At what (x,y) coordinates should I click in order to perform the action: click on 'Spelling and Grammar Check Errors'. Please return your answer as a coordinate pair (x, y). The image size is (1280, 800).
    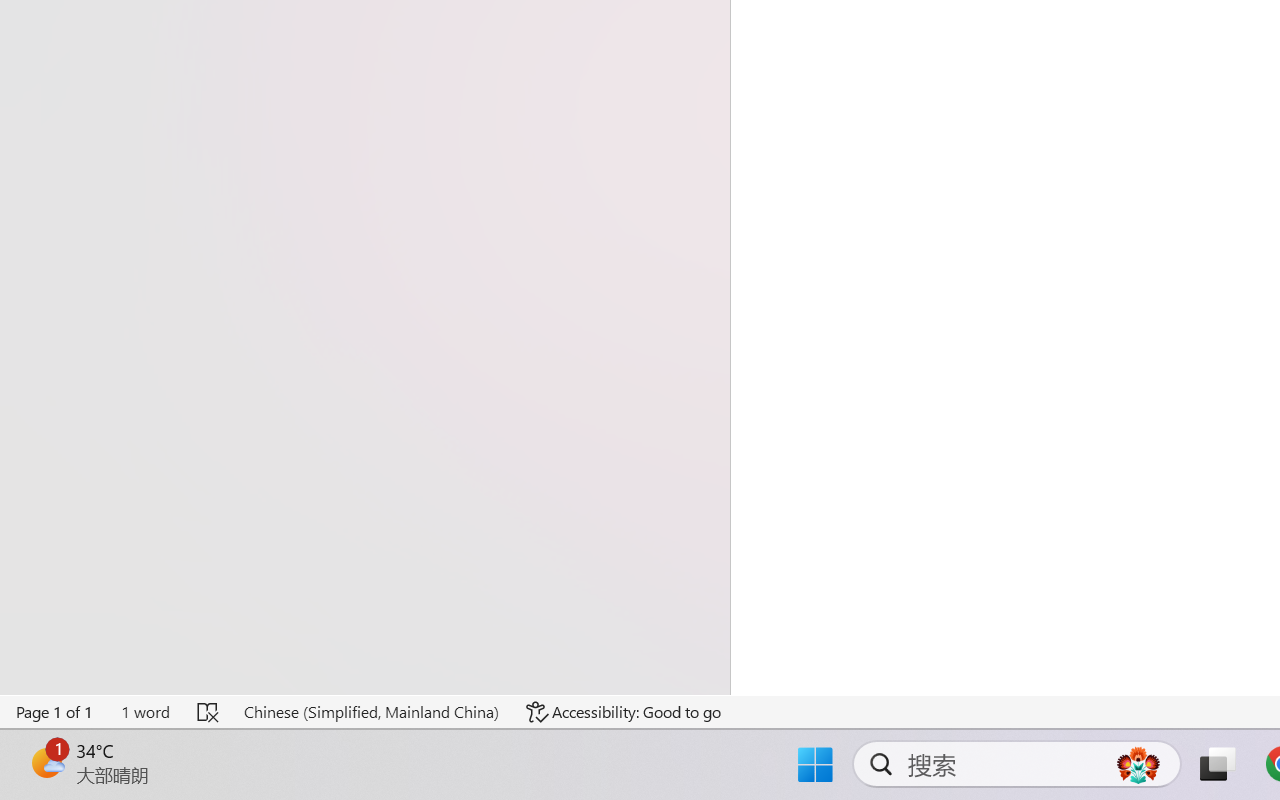
    Looking at the image, I should click on (209, 711).